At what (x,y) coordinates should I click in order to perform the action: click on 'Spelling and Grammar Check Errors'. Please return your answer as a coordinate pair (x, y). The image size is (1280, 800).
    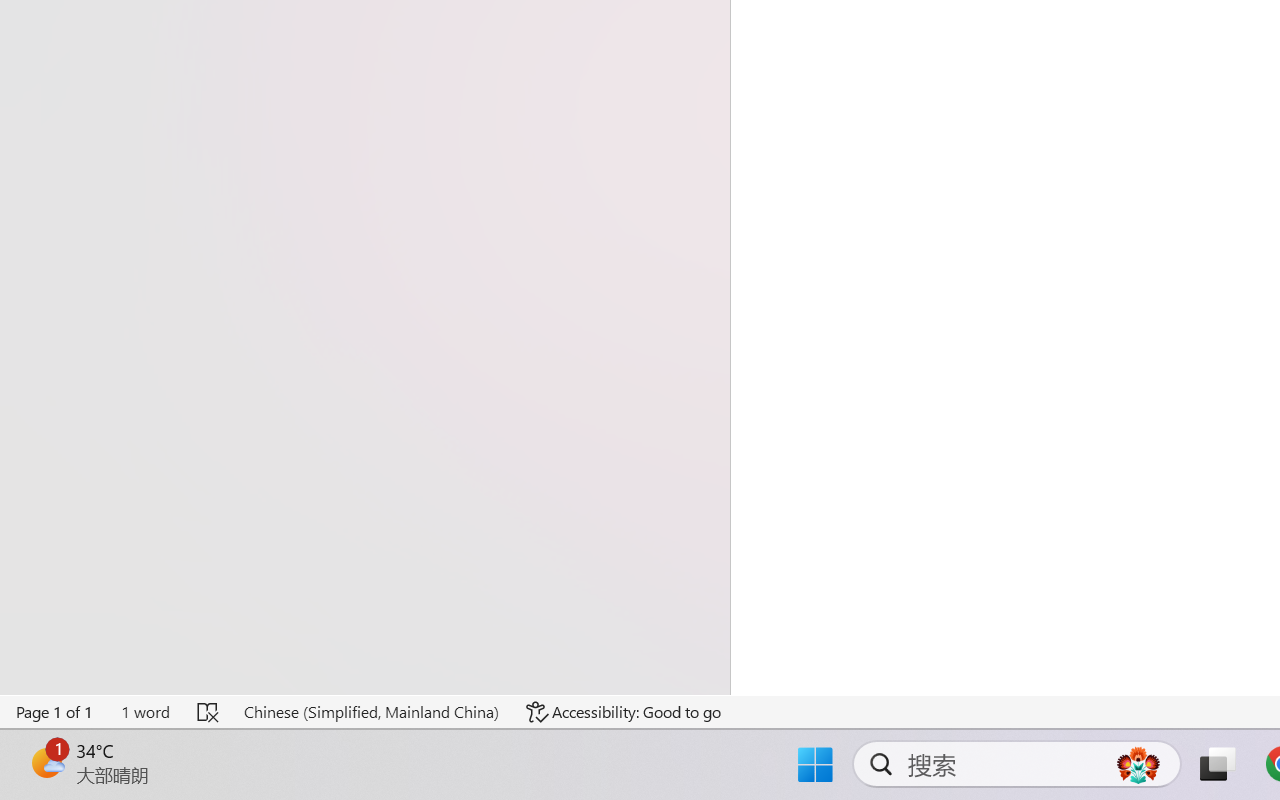
    Looking at the image, I should click on (209, 711).